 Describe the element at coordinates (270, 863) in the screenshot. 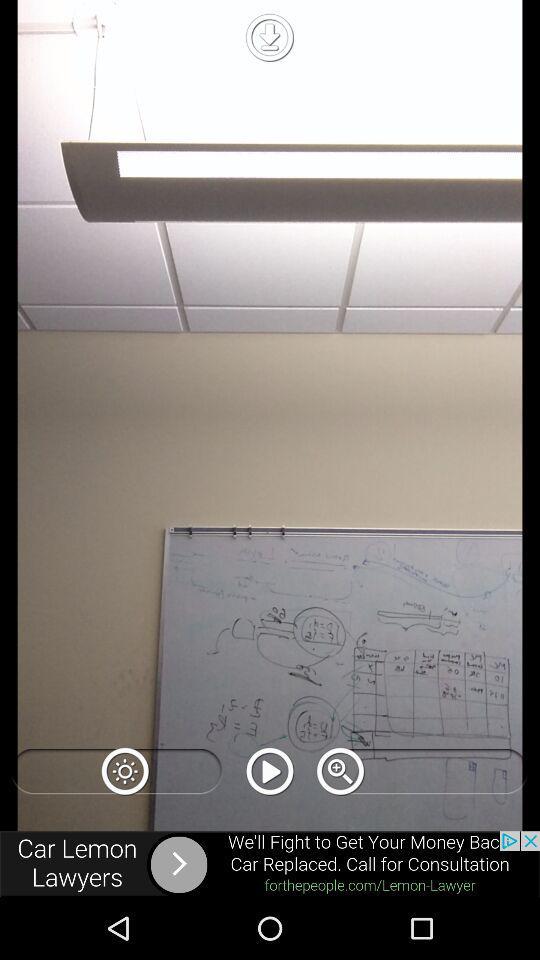

I see `open advertisement` at that location.